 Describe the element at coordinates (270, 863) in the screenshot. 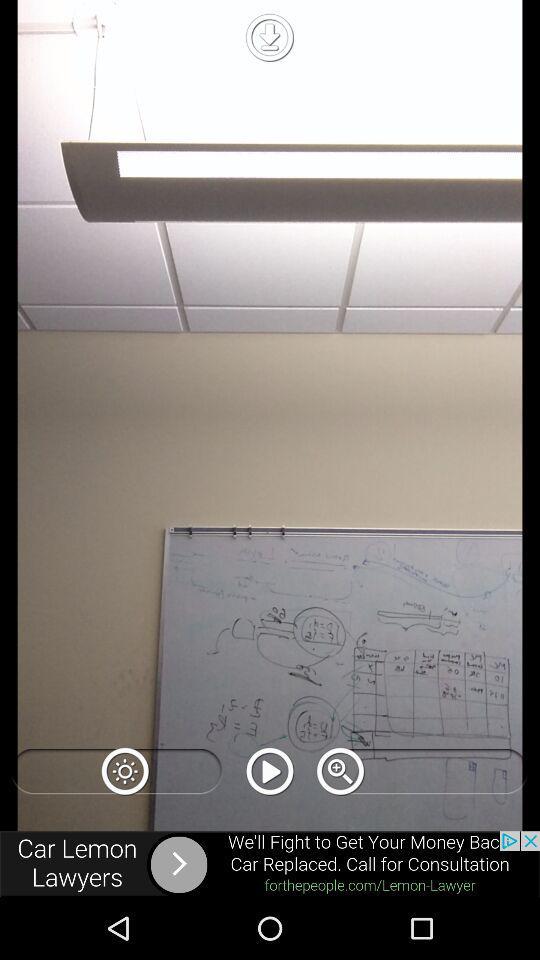

I see `open advertisement` at that location.